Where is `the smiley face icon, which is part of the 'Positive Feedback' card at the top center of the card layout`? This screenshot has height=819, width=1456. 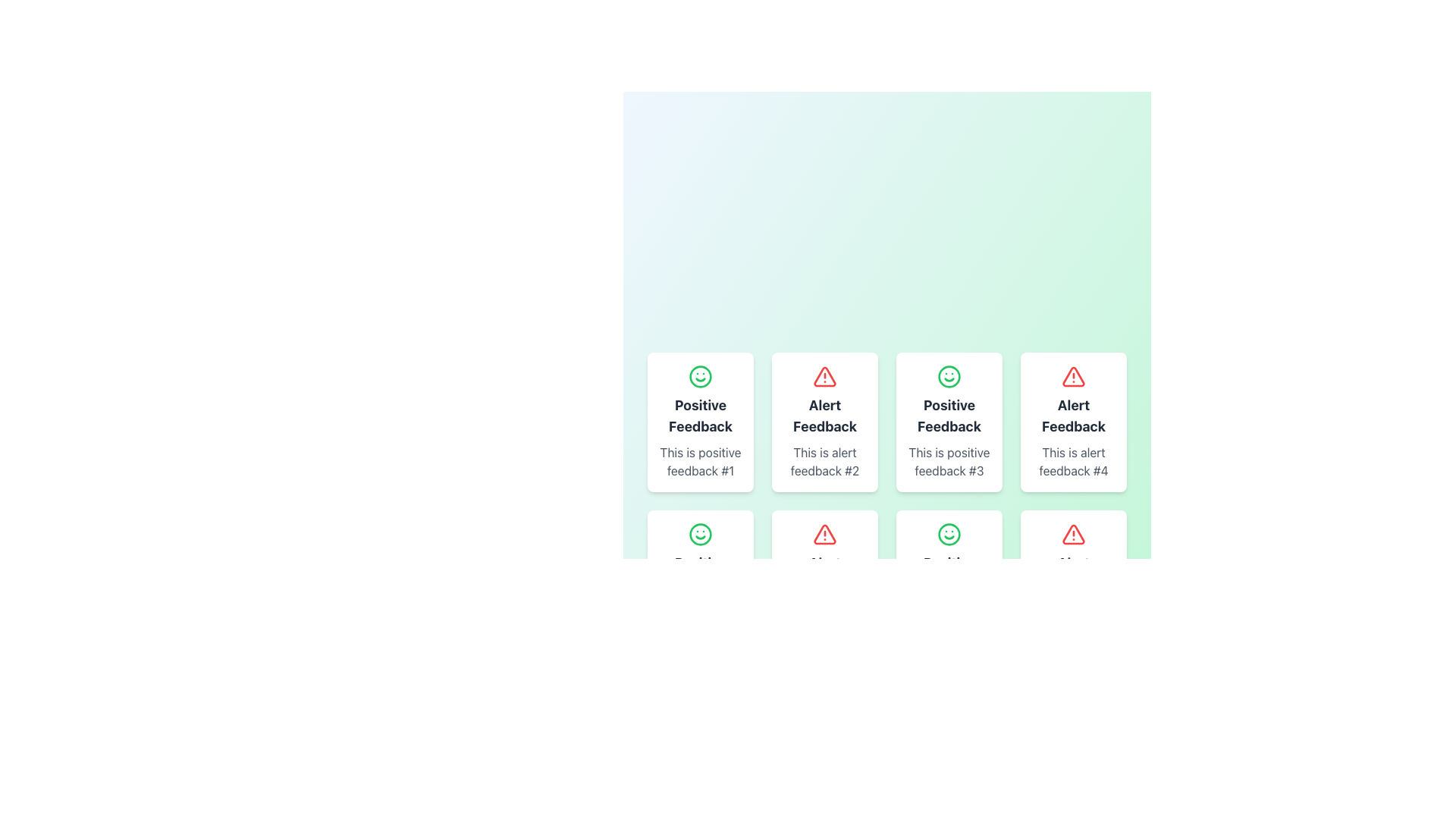 the smiley face icon, which is part of the 'Positive Feedback' card at the top center of the card layout is located at coordinates (700, 376).